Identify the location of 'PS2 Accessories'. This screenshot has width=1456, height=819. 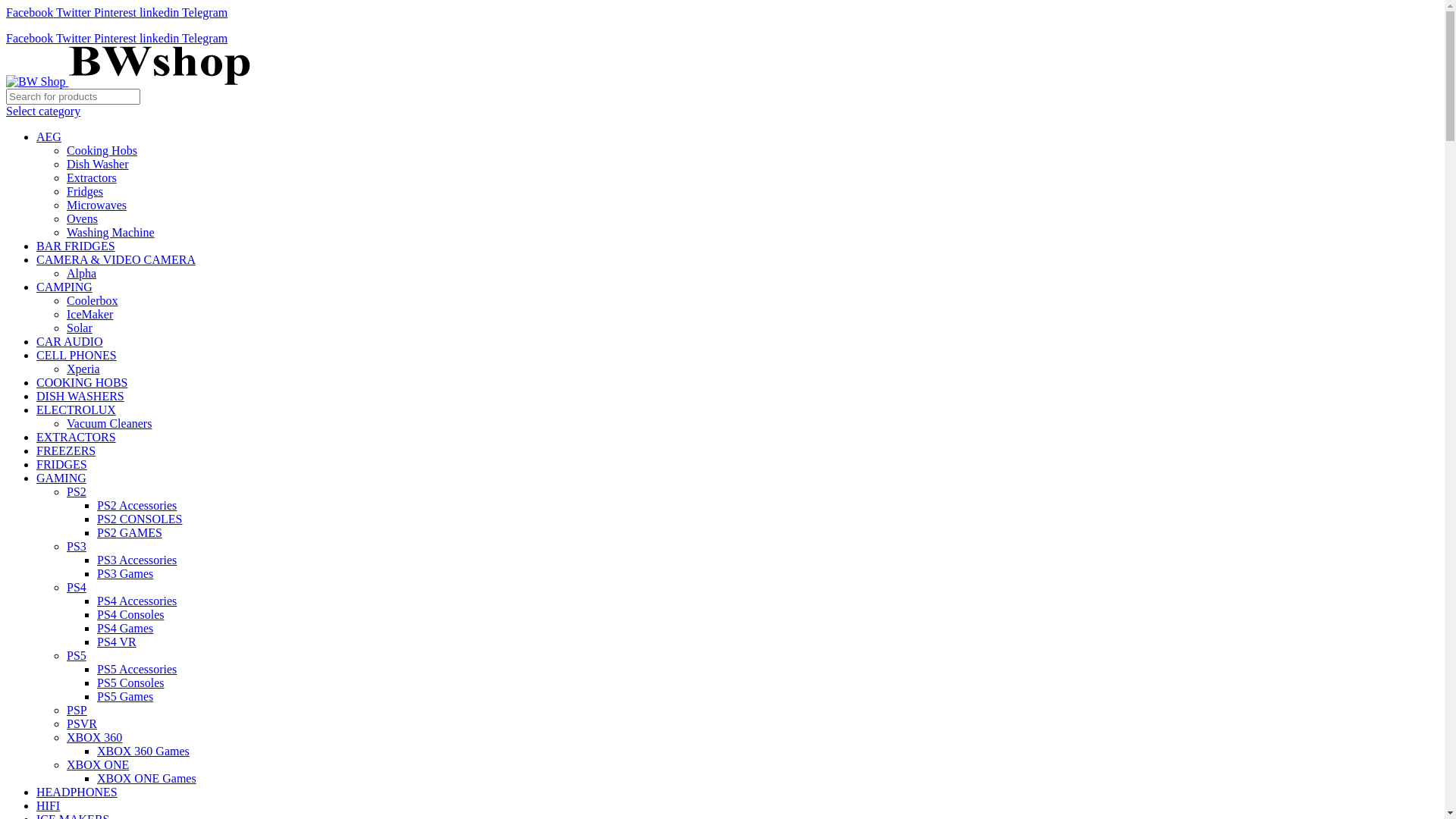
(136, 505).